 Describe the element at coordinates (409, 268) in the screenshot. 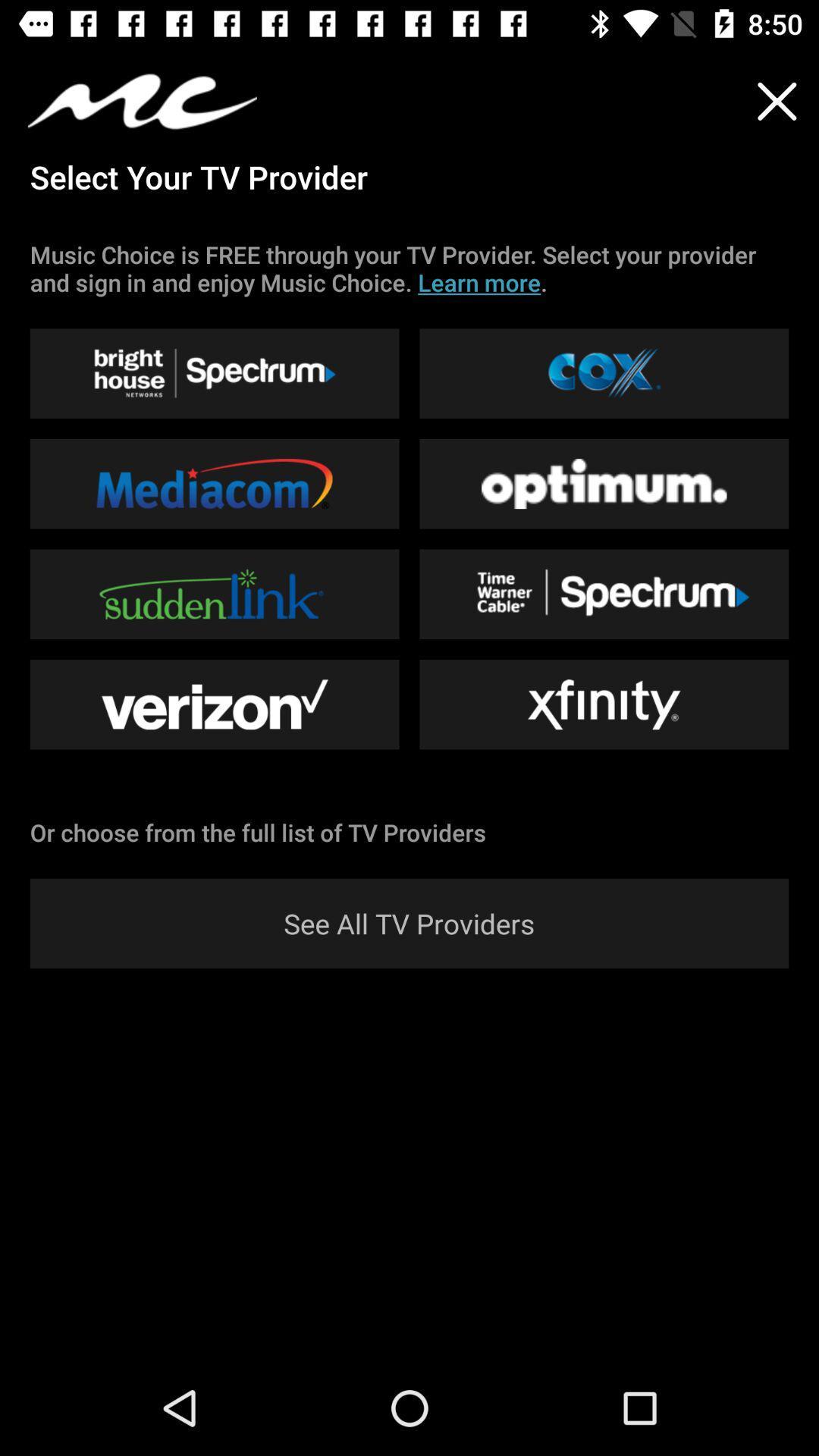

I see `music choice is item` at that location.